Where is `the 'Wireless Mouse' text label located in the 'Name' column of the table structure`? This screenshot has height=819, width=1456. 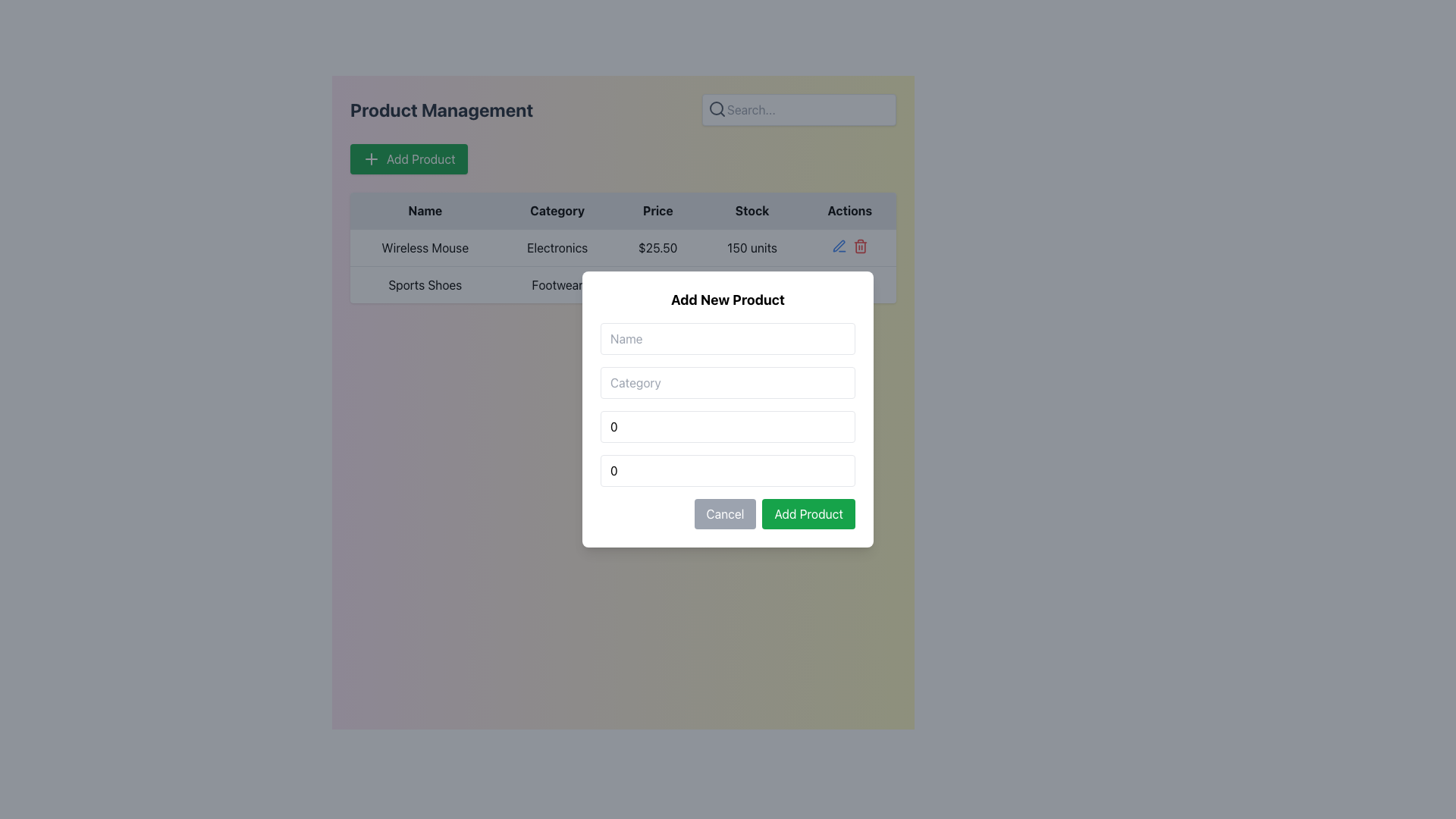 the 'Wireless Mouse' text label located in the 'Name' column of the table structure is located at coordinates (425, 247).